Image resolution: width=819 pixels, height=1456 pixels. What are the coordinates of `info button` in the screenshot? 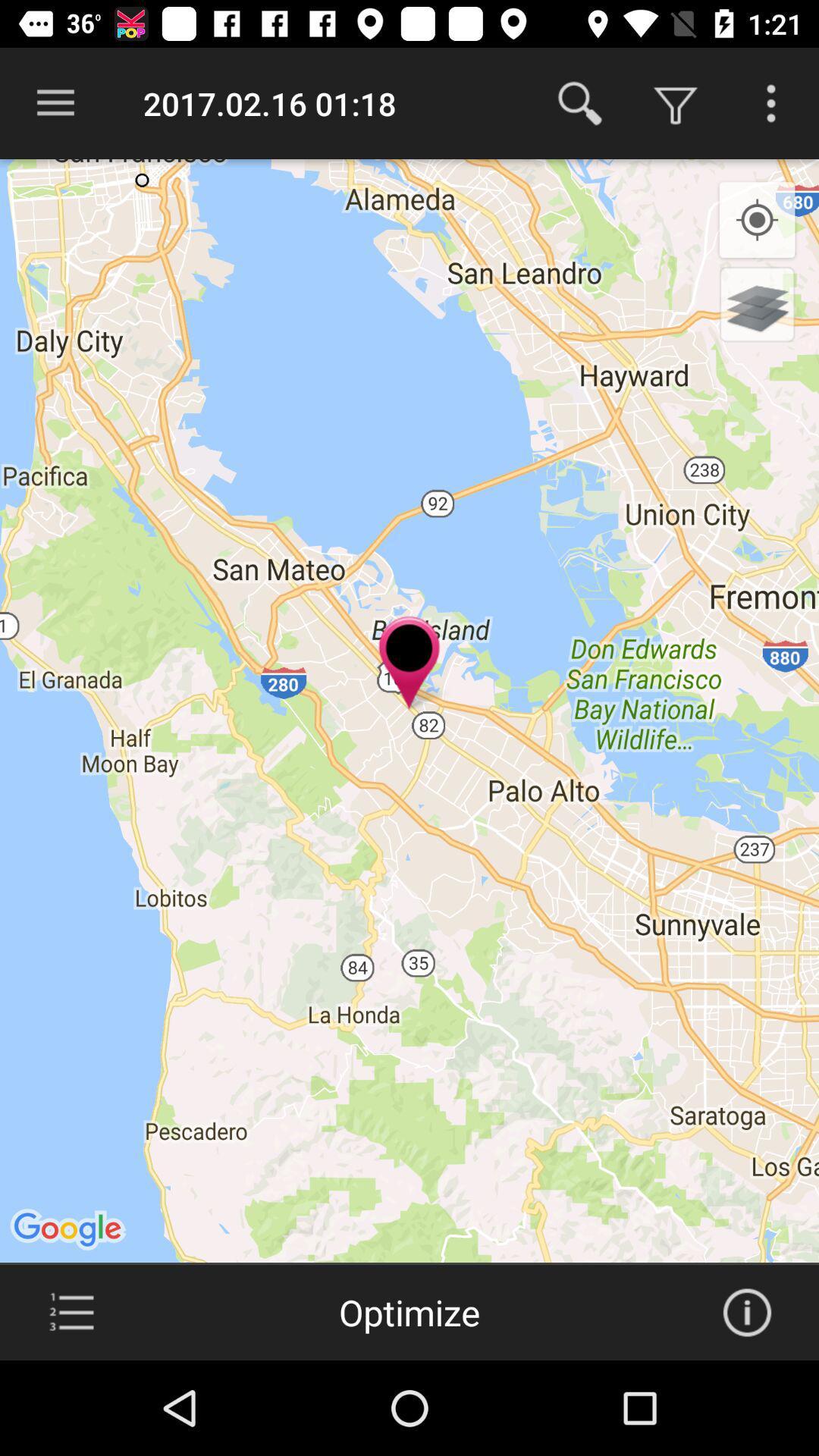 It's located at (746, 1312).